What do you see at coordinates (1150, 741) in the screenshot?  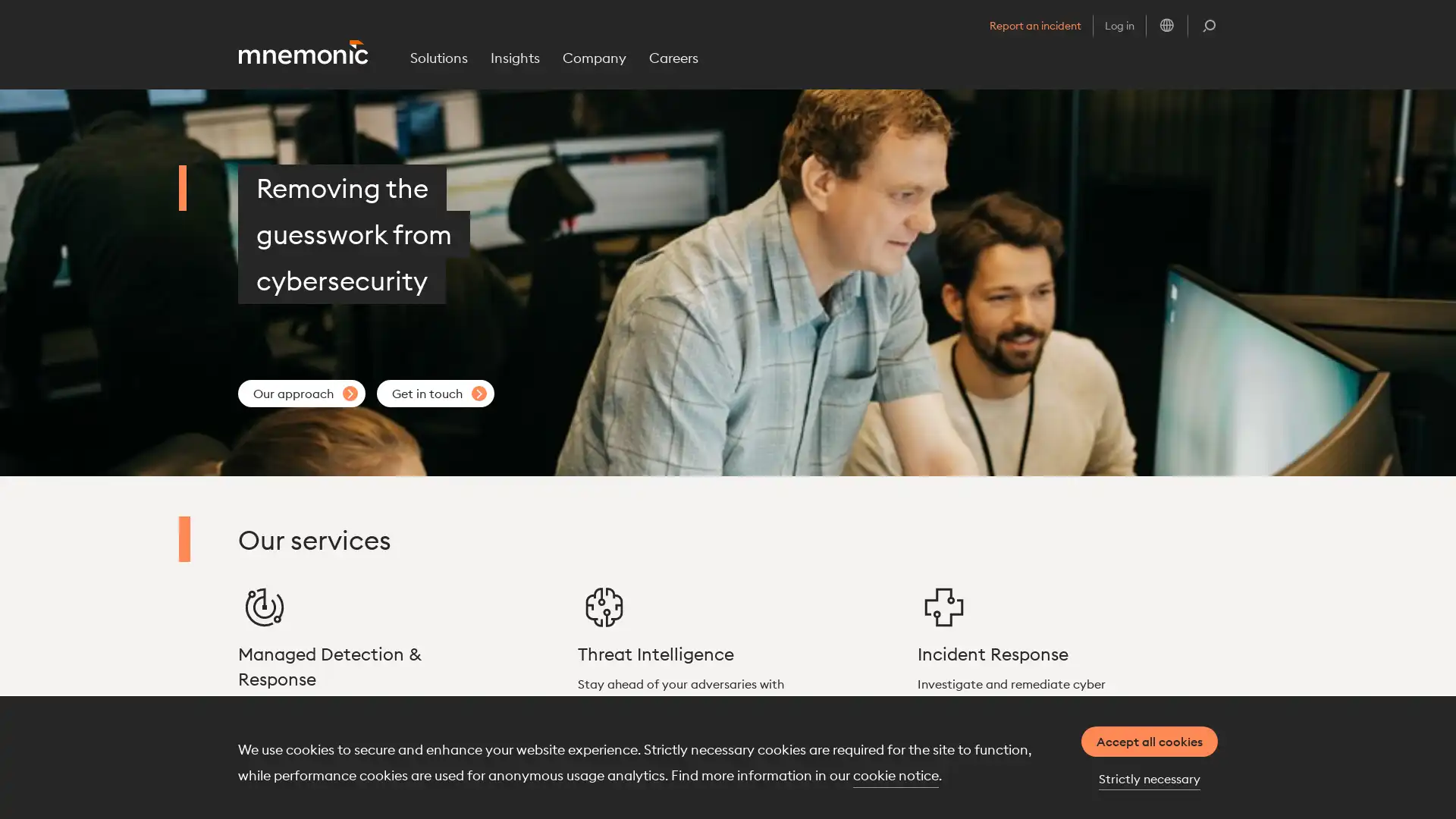 I see `Accept all cookies` at bounding box center [1150, 741].